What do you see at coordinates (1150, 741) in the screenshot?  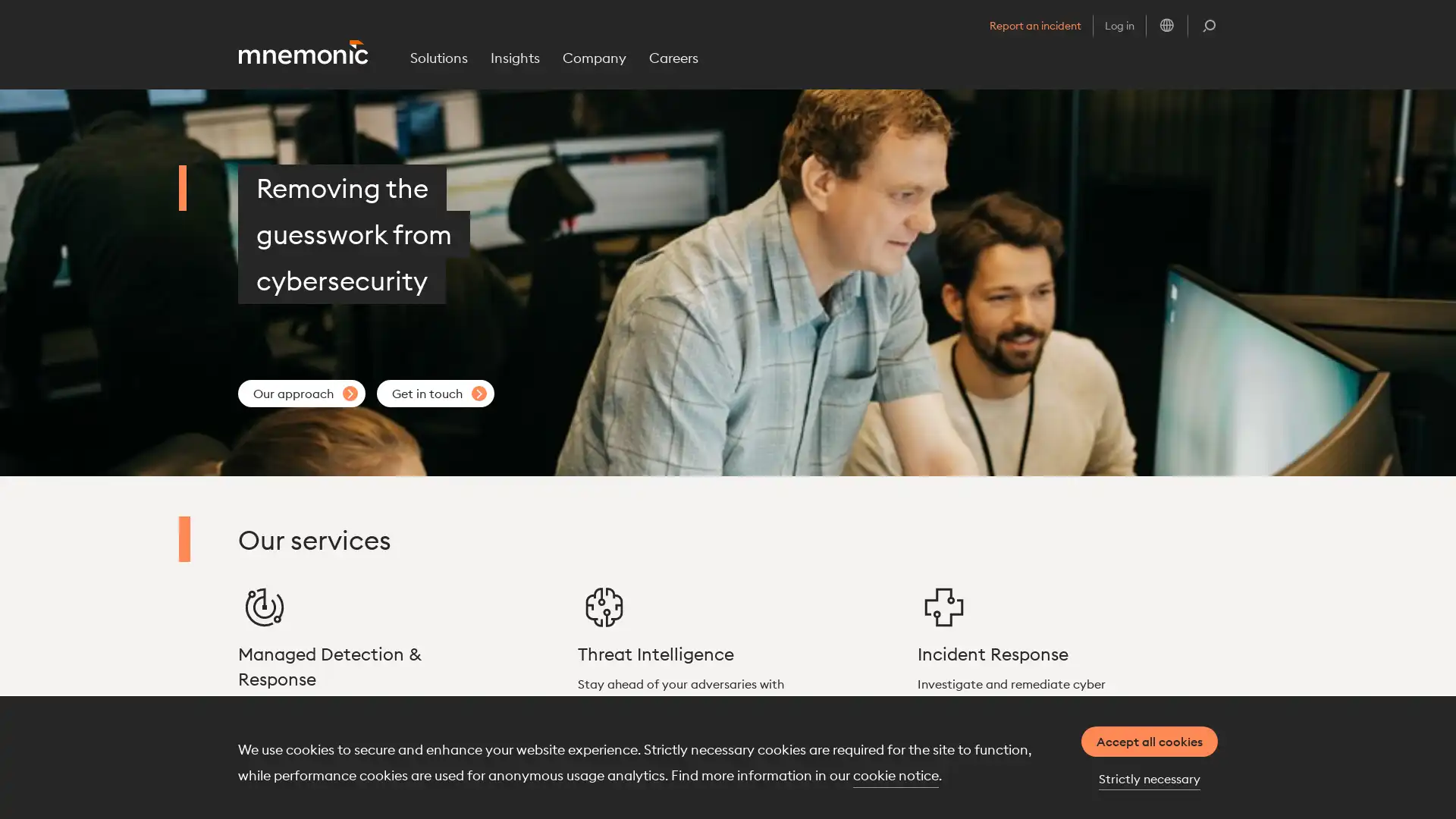 I see `Accept all cookies` at bounding box center [1150, 741].